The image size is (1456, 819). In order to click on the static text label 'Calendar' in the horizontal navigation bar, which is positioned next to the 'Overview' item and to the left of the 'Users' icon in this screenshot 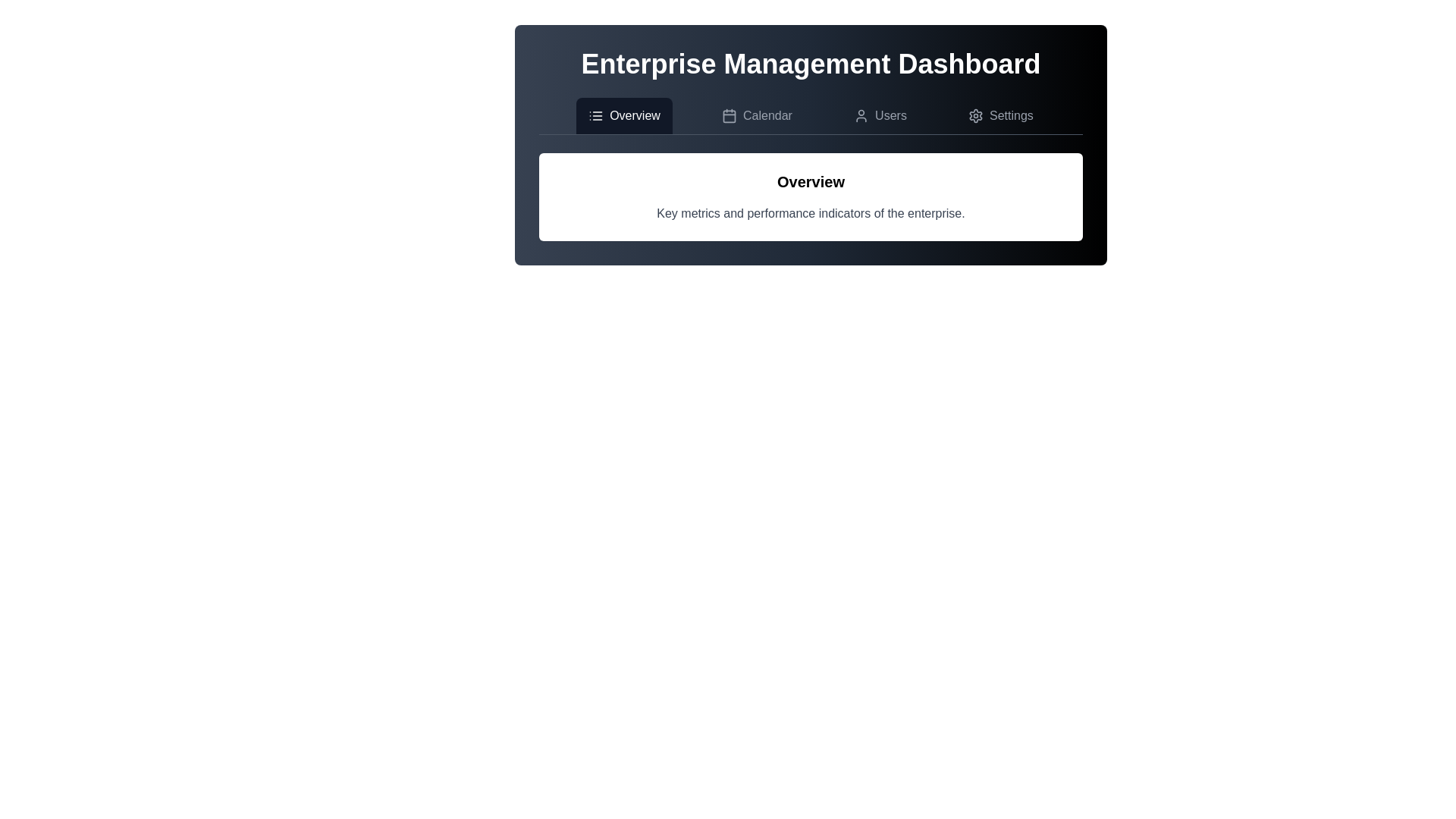, I will do `click(767, 115)`.